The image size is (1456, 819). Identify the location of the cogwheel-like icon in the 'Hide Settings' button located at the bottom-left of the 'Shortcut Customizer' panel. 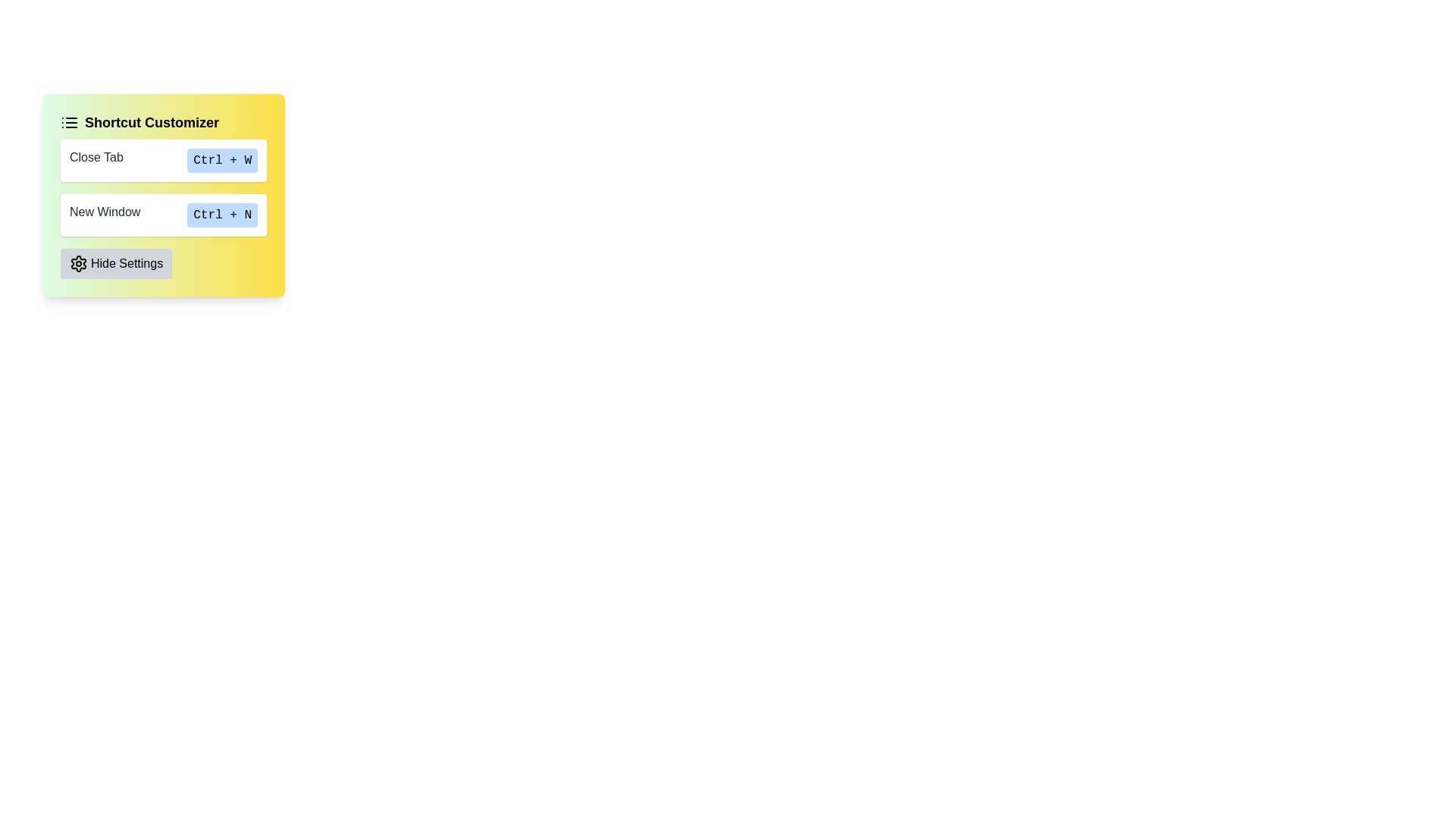
(78, 262).